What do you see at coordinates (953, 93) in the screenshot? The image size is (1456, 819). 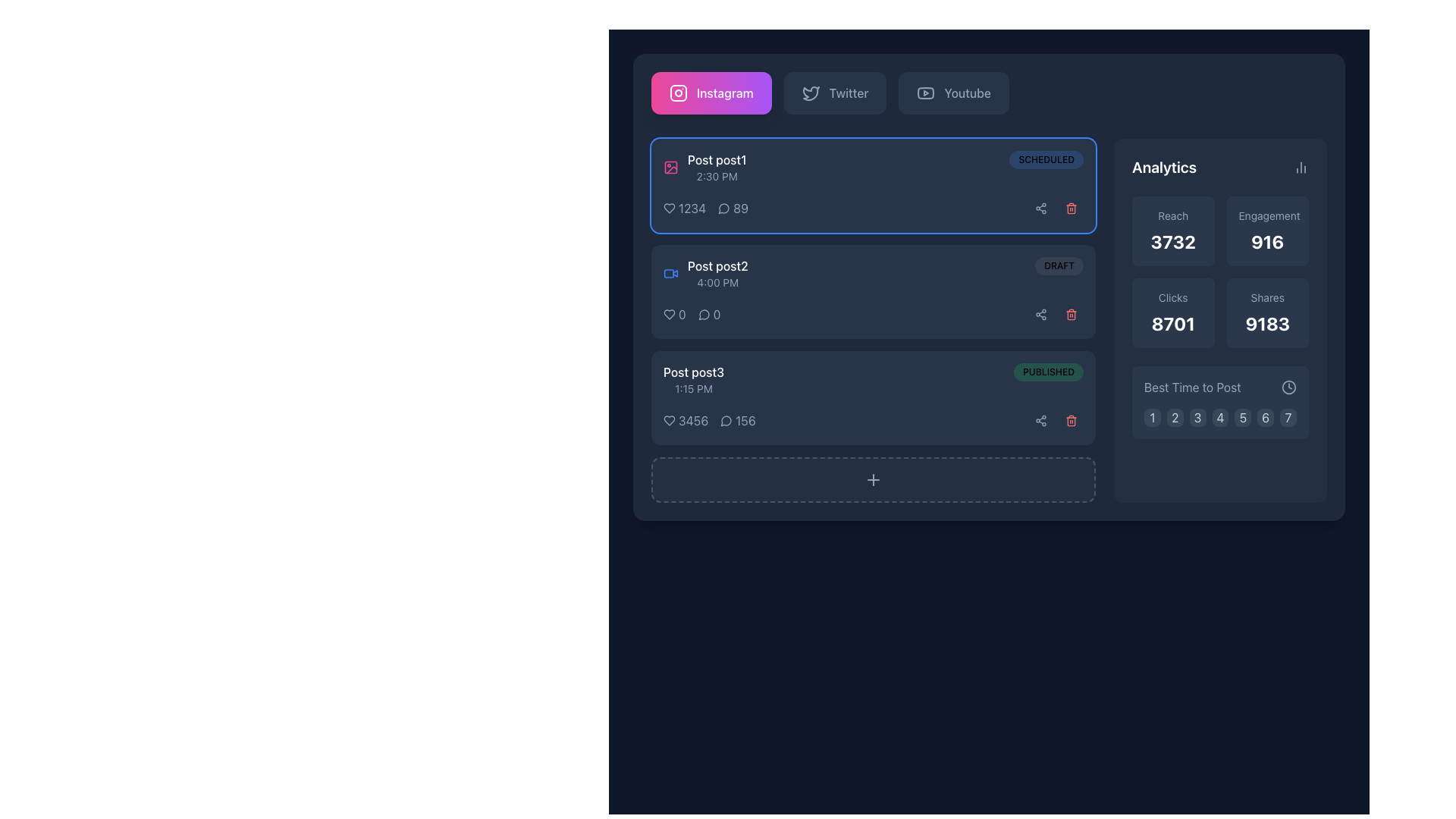 I see `the YouTube button, which is a rectangular button with a muted gray background, rounded corners, and features a YouTube logo on the left and 'YouTube' text on the right` at bounding box center [953, 93].